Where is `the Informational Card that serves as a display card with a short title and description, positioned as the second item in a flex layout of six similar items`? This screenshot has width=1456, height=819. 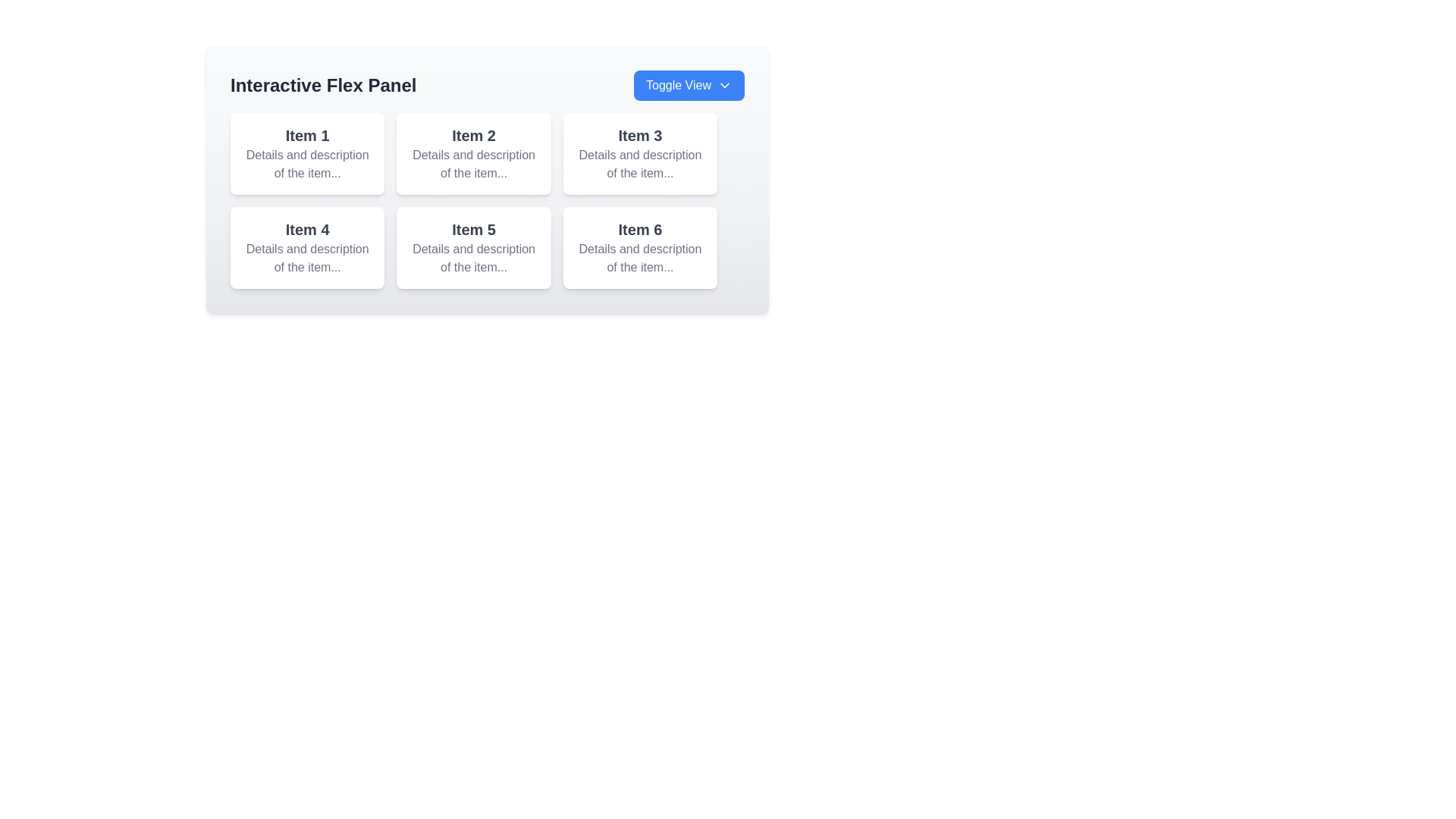
the Informational Card that serves as a display card with a short title and description, positioned as the second item in a flex layout of six similar items is located at coordinates (473, 154).